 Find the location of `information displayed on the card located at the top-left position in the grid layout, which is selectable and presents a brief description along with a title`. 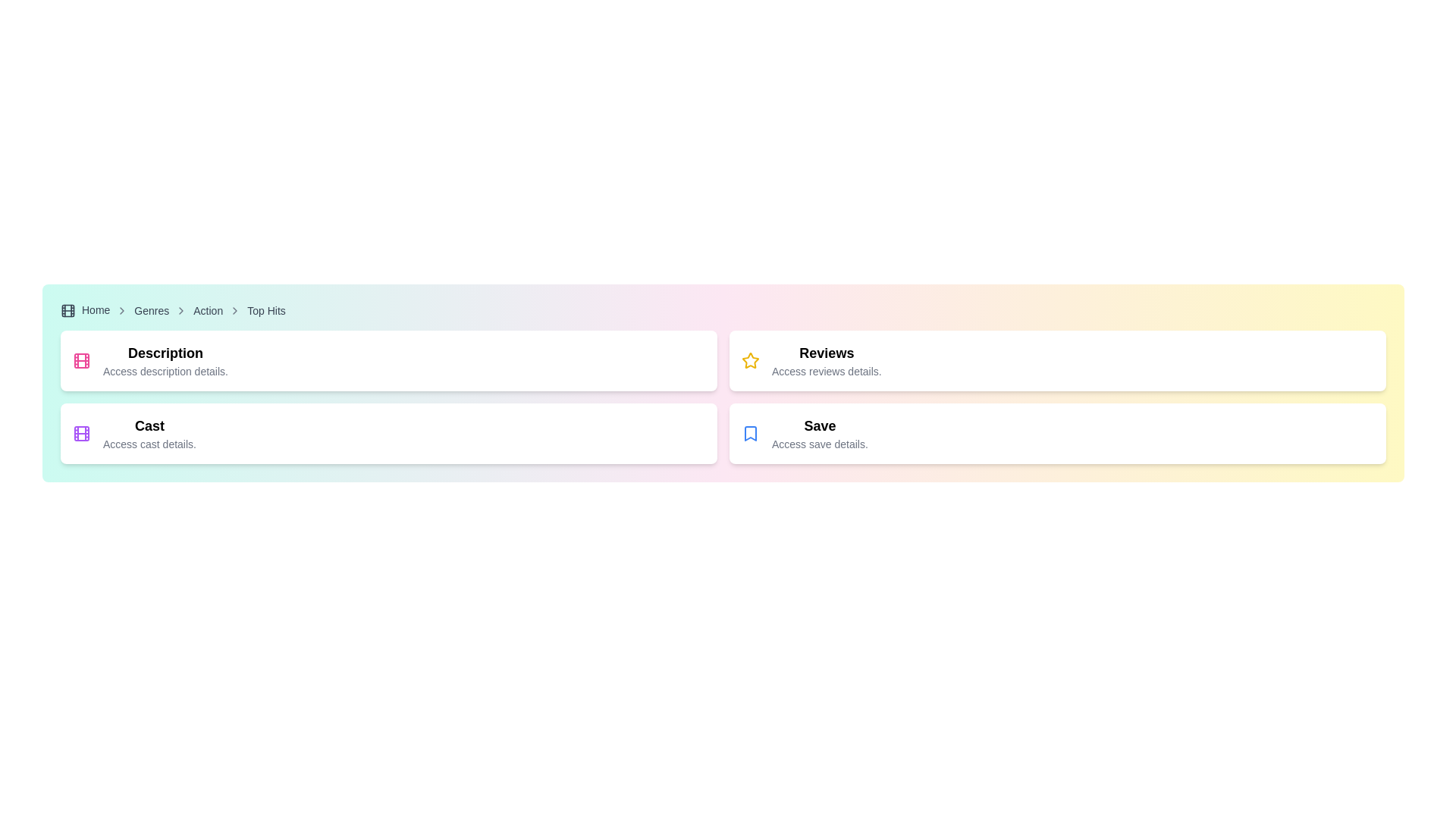

information displayed on the card located at the top-left position in the grid layout, which is selectable and presents a brief description along with a title is located at coordinates (389, 360).